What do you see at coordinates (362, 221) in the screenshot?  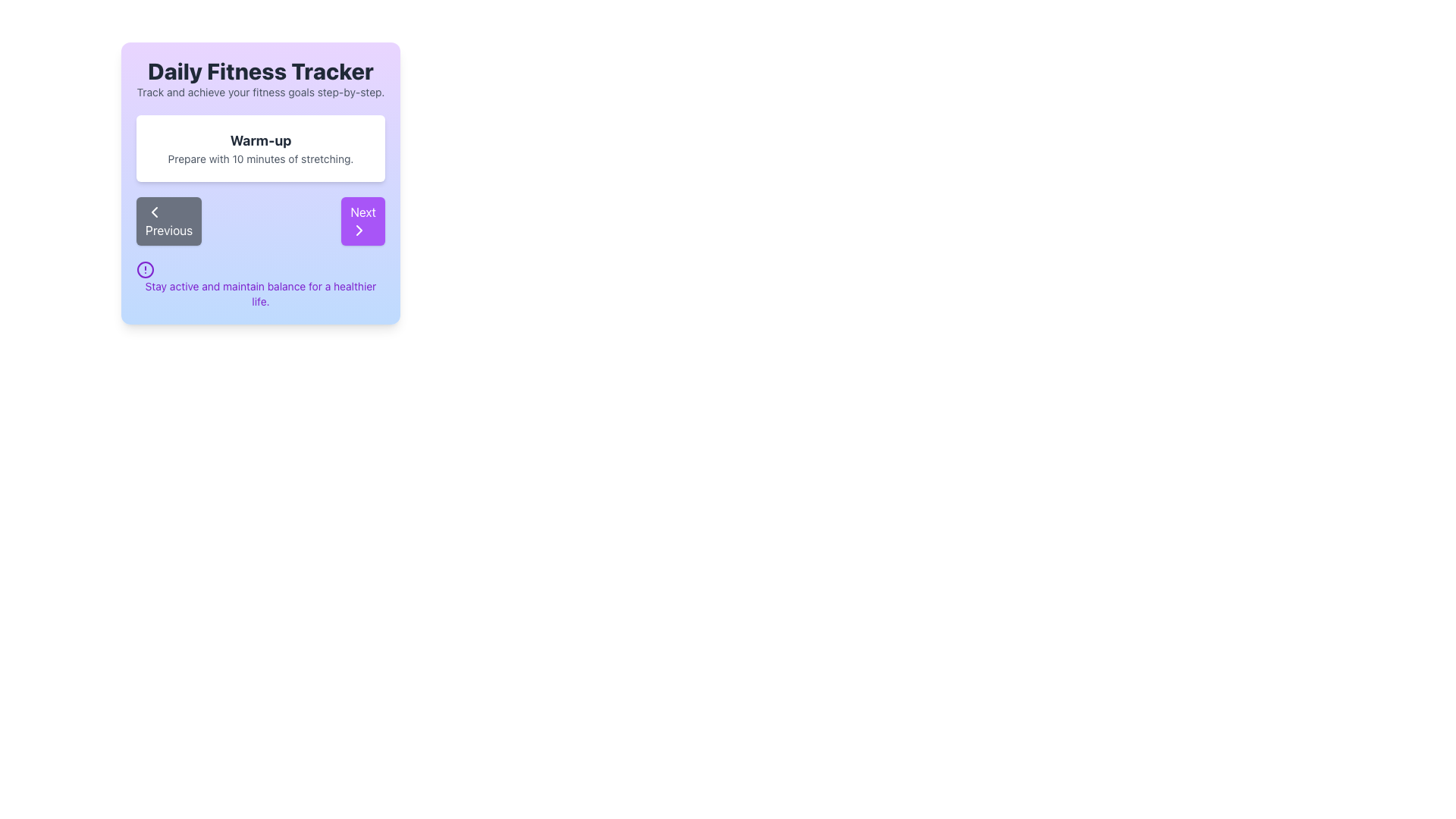 I see `the second button in the horizontal layout of navigation buttons at the bottom of the section to go to the next step` at bounding box center [362, 221].